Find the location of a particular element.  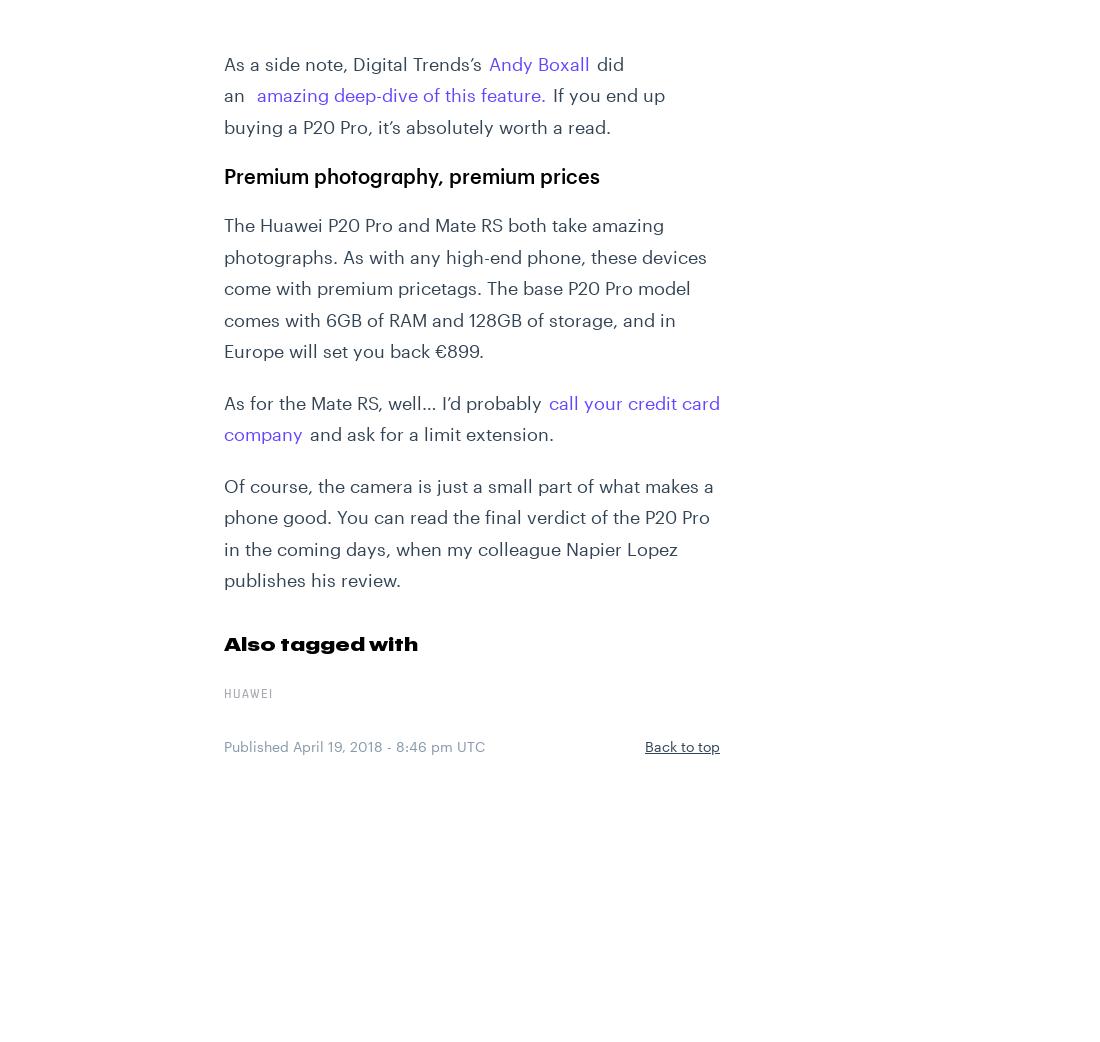

'Of course, the camera is just a small part of what makes a phone good. You can read the final verdict of the P20 Pro in the coming days, when my colleague Napier Lopez publishes his review.' is located at coordinates (468, 531).